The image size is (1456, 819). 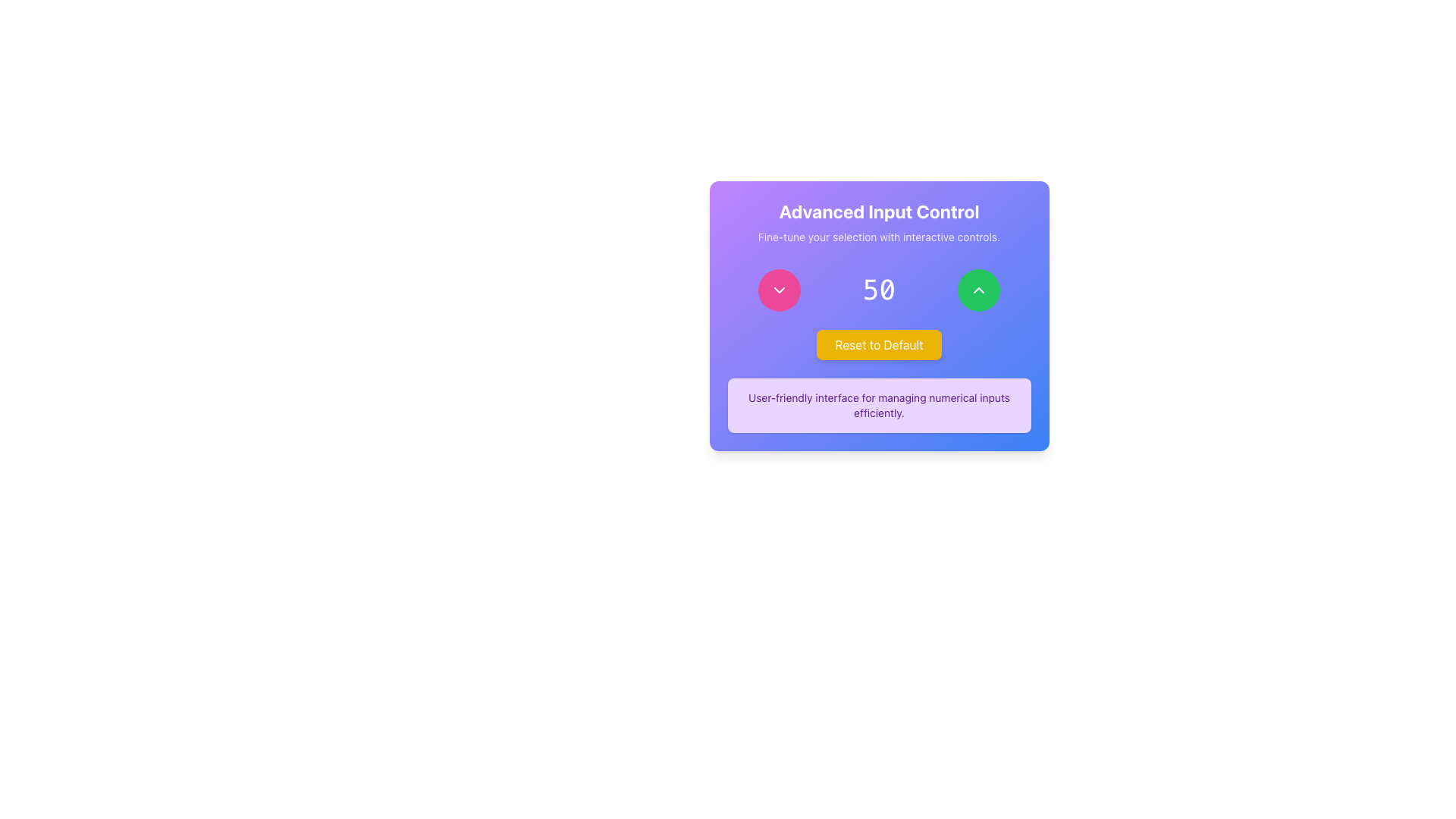 I want to click on the Text Display that shows the current numeric value of an adjustable parameter, located in the upper-middle area of the card between two interactive buttons, so click(x=879, y=290).